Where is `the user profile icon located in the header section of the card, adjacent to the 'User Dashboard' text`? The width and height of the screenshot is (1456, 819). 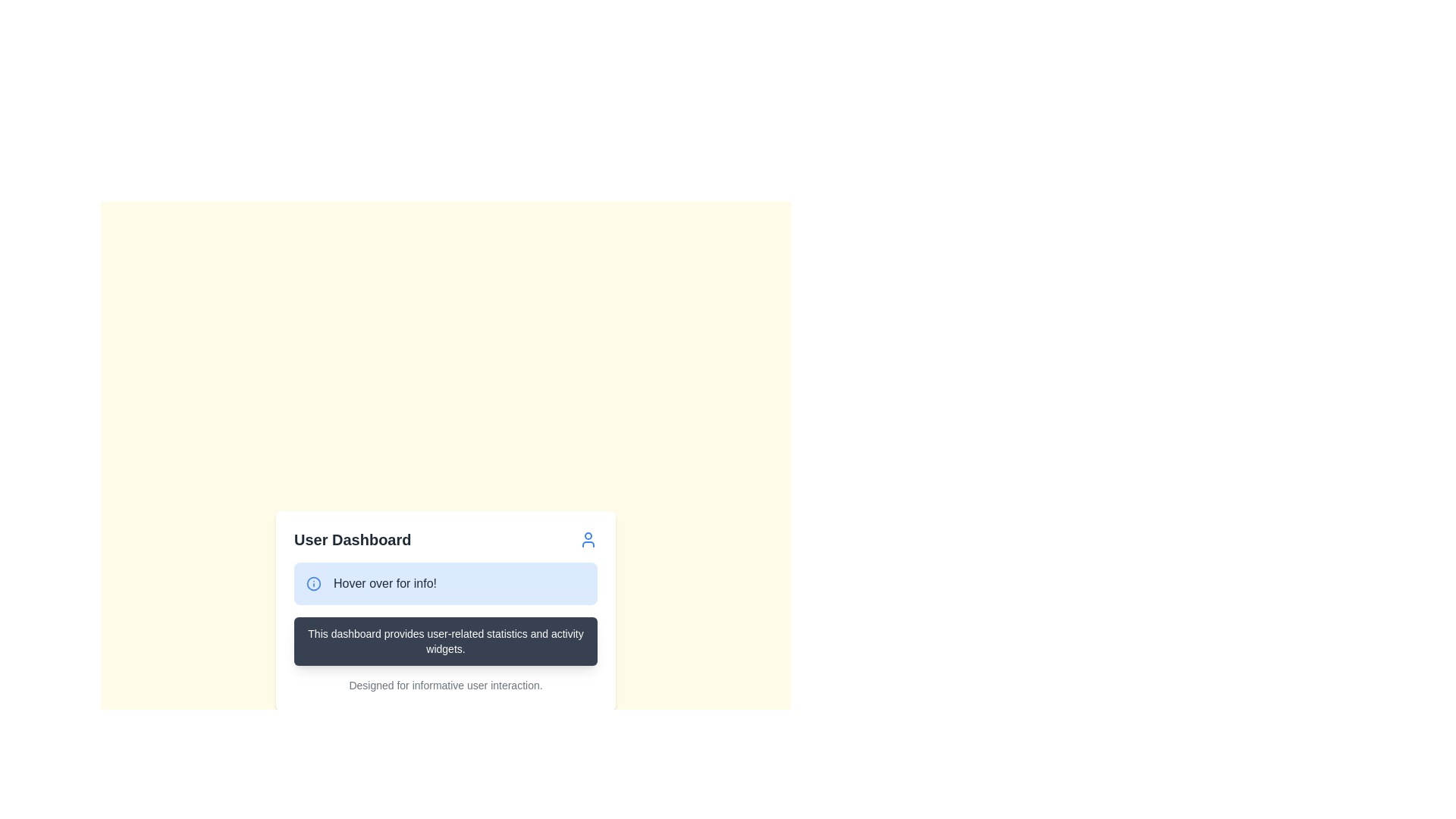
the user profile icon located in the header section of the card, adjacent to the 'User Dashboard' text is located at coordinates (588, 539).